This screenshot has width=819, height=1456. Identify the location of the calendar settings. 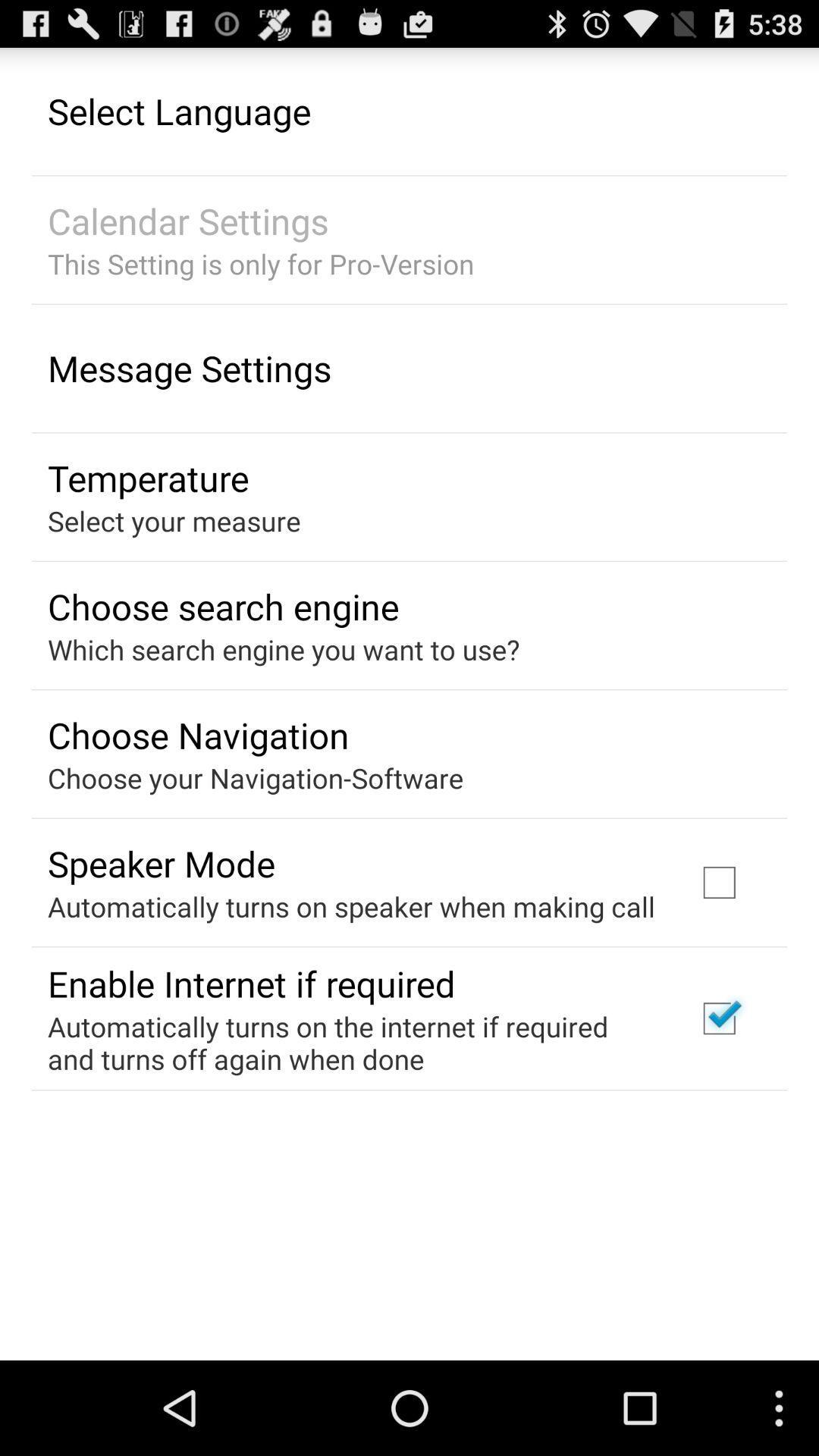
(187, 220).